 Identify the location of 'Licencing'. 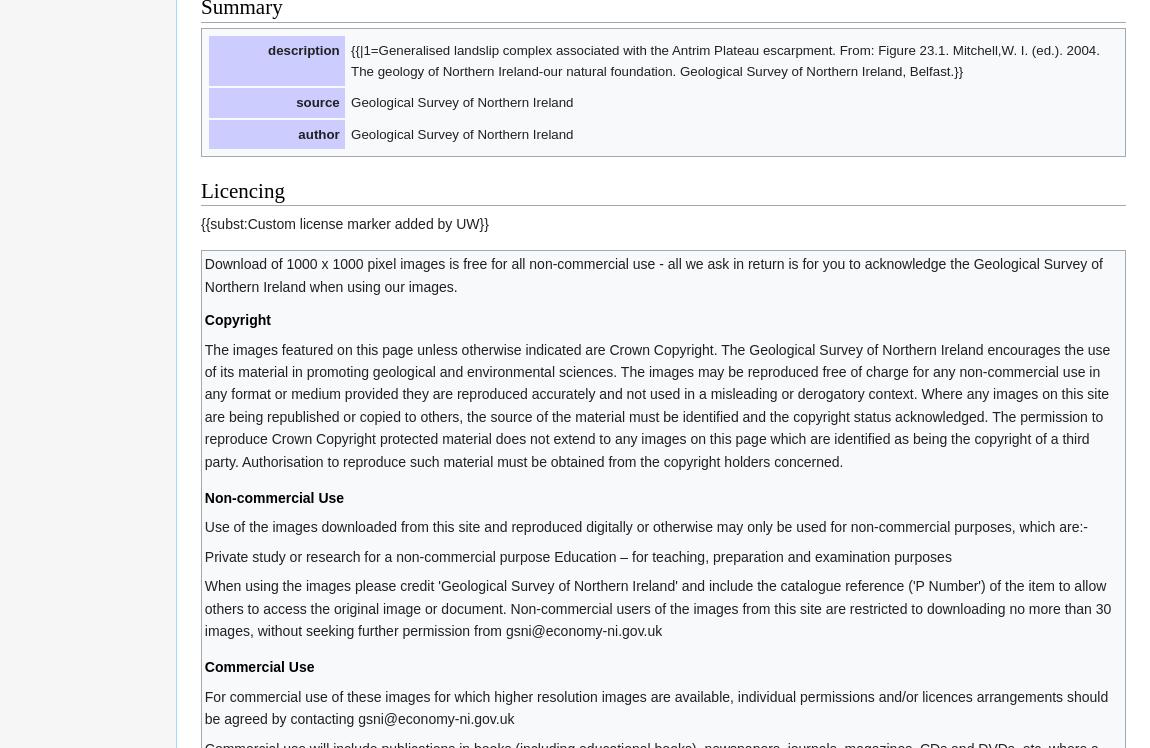
(241, 189).